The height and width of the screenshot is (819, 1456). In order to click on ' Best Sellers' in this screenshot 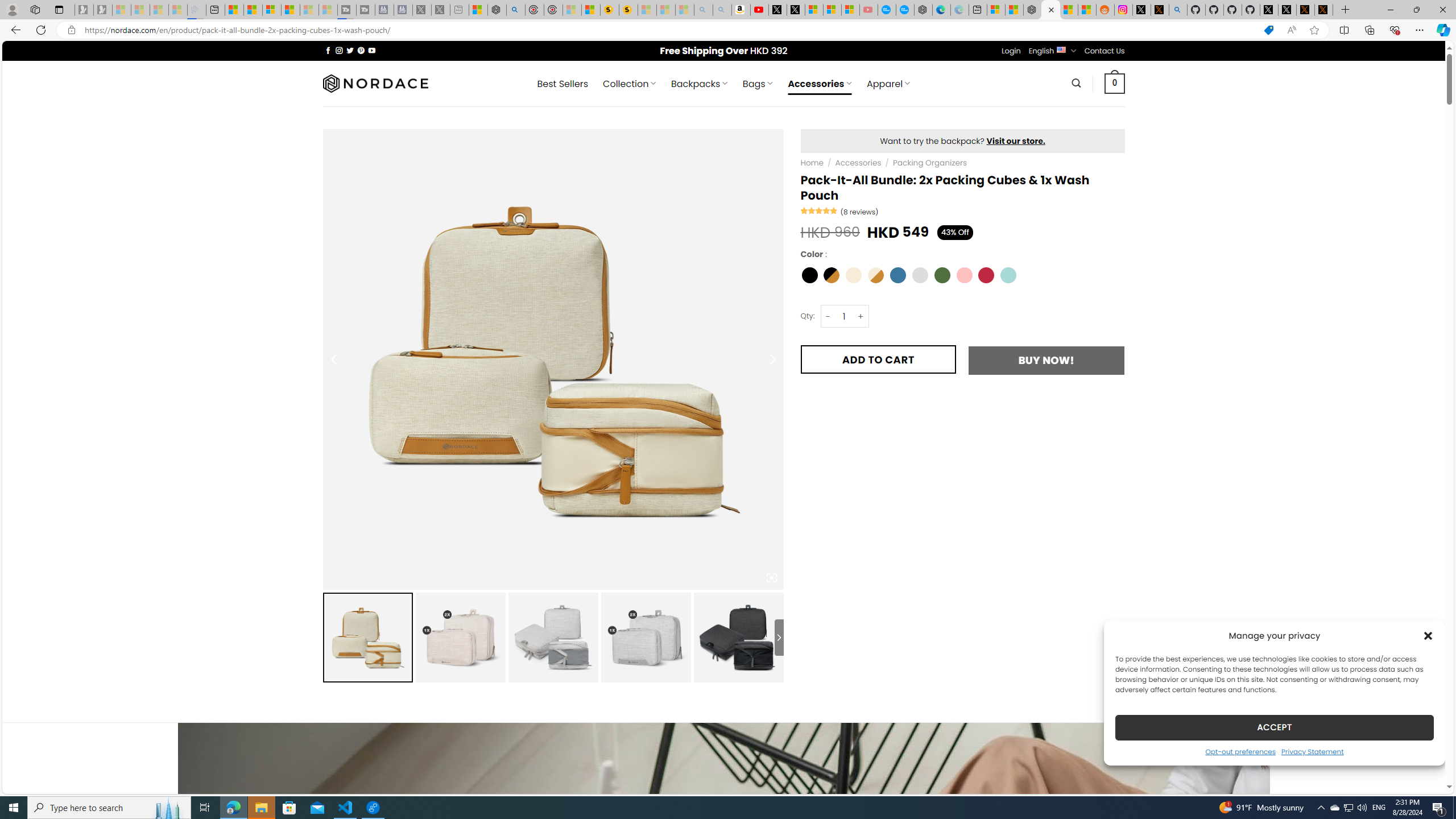, I will do `click(562, 83)`.